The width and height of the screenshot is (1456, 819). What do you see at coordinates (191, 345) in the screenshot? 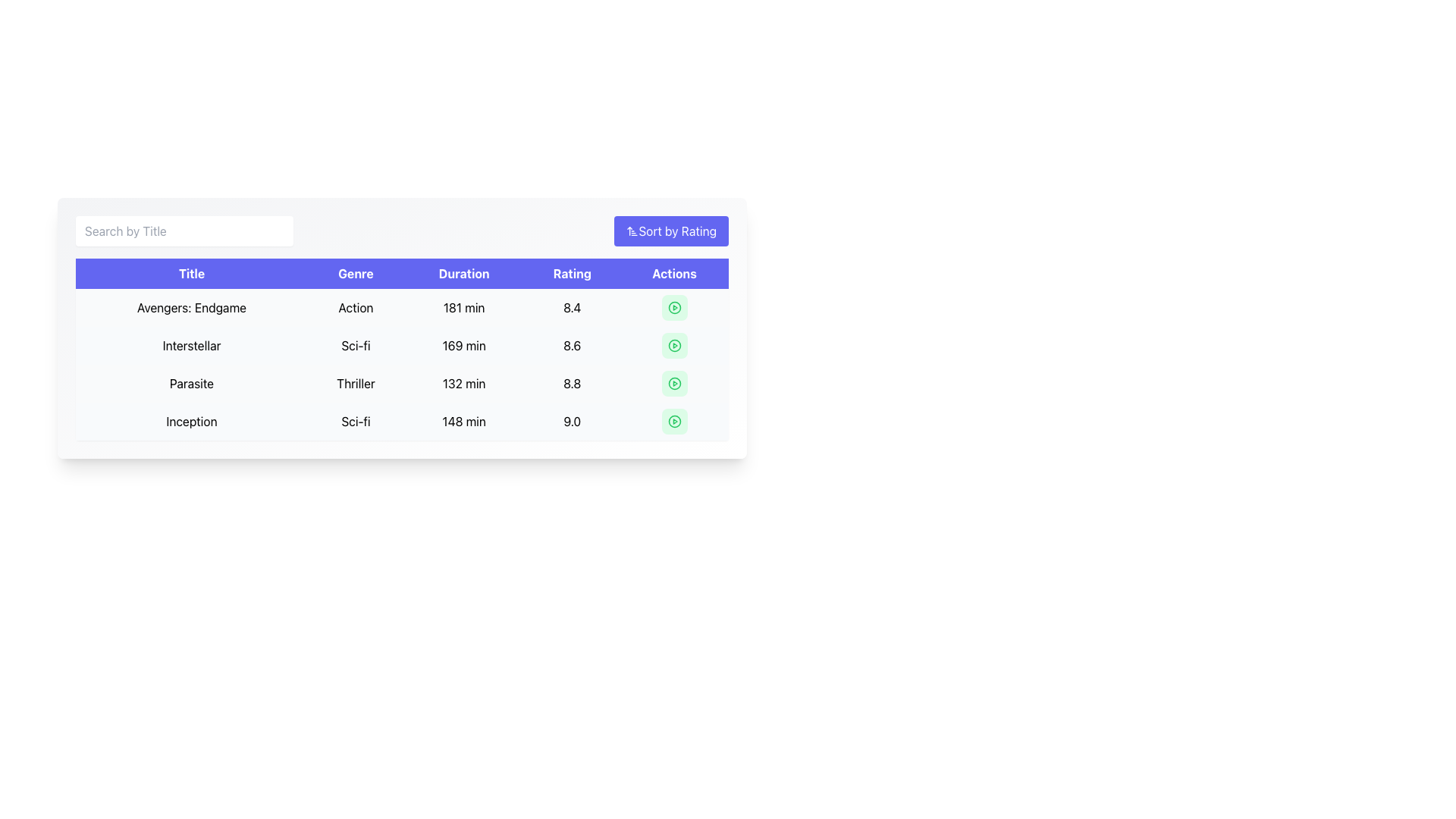
I see `the text label displaying the movie title in the second row of the table` at bounding box center [191, 345].